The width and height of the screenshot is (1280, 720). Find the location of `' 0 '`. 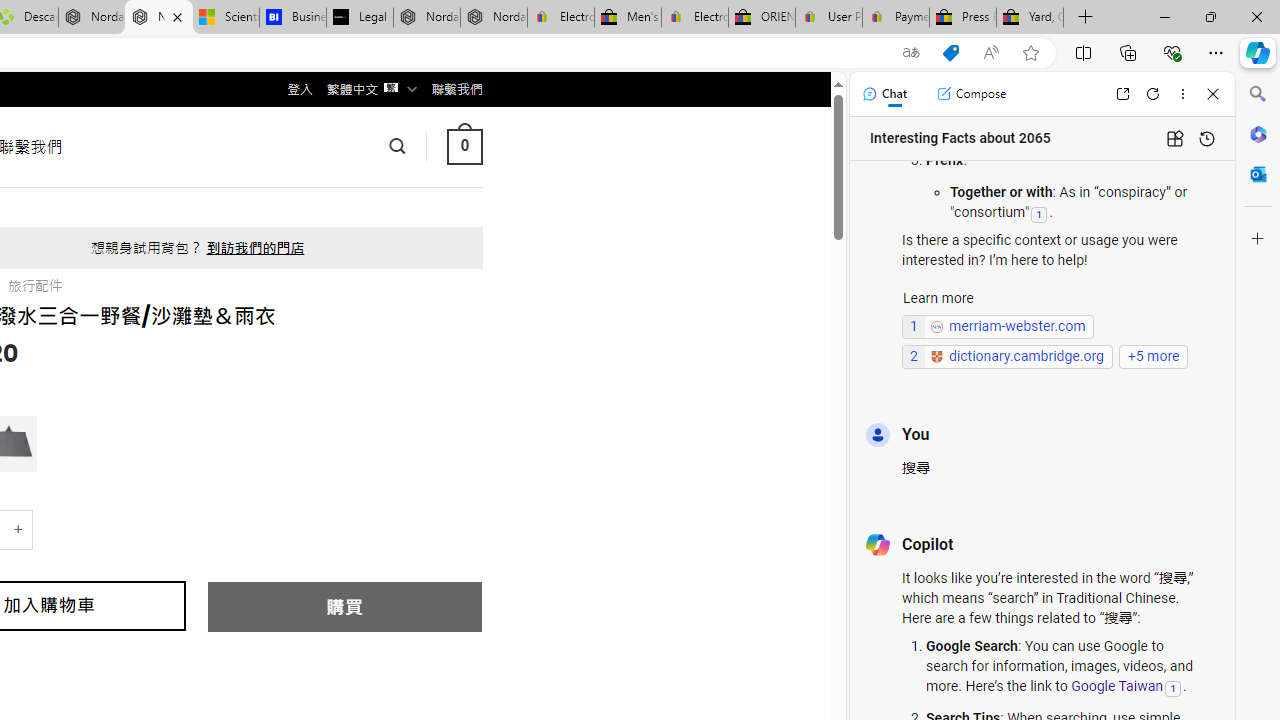

' 0 ' is located at coordinates (463, 145).